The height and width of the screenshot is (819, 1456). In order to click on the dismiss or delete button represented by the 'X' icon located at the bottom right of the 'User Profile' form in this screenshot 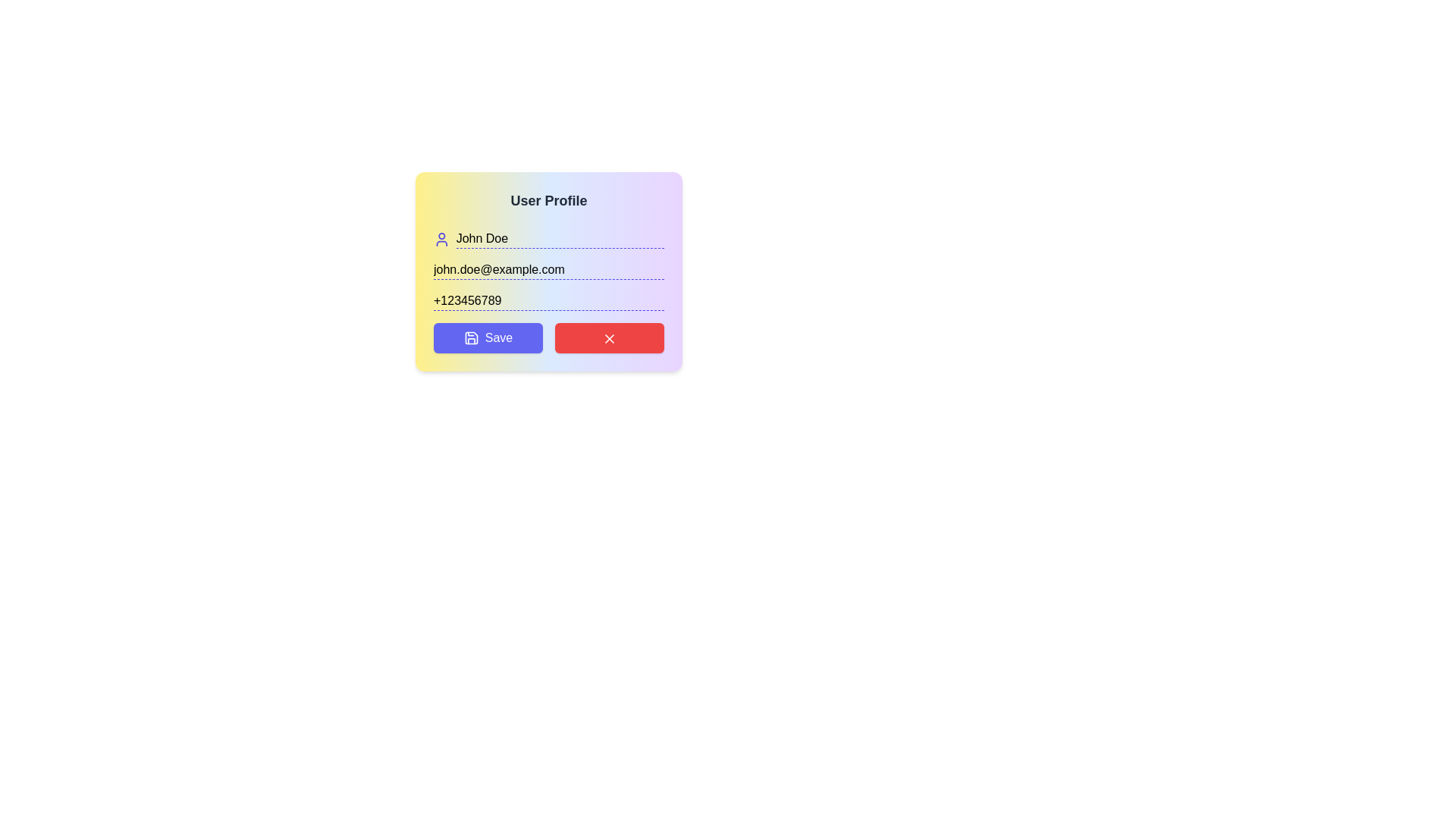, I will do `click(610, 337)`.